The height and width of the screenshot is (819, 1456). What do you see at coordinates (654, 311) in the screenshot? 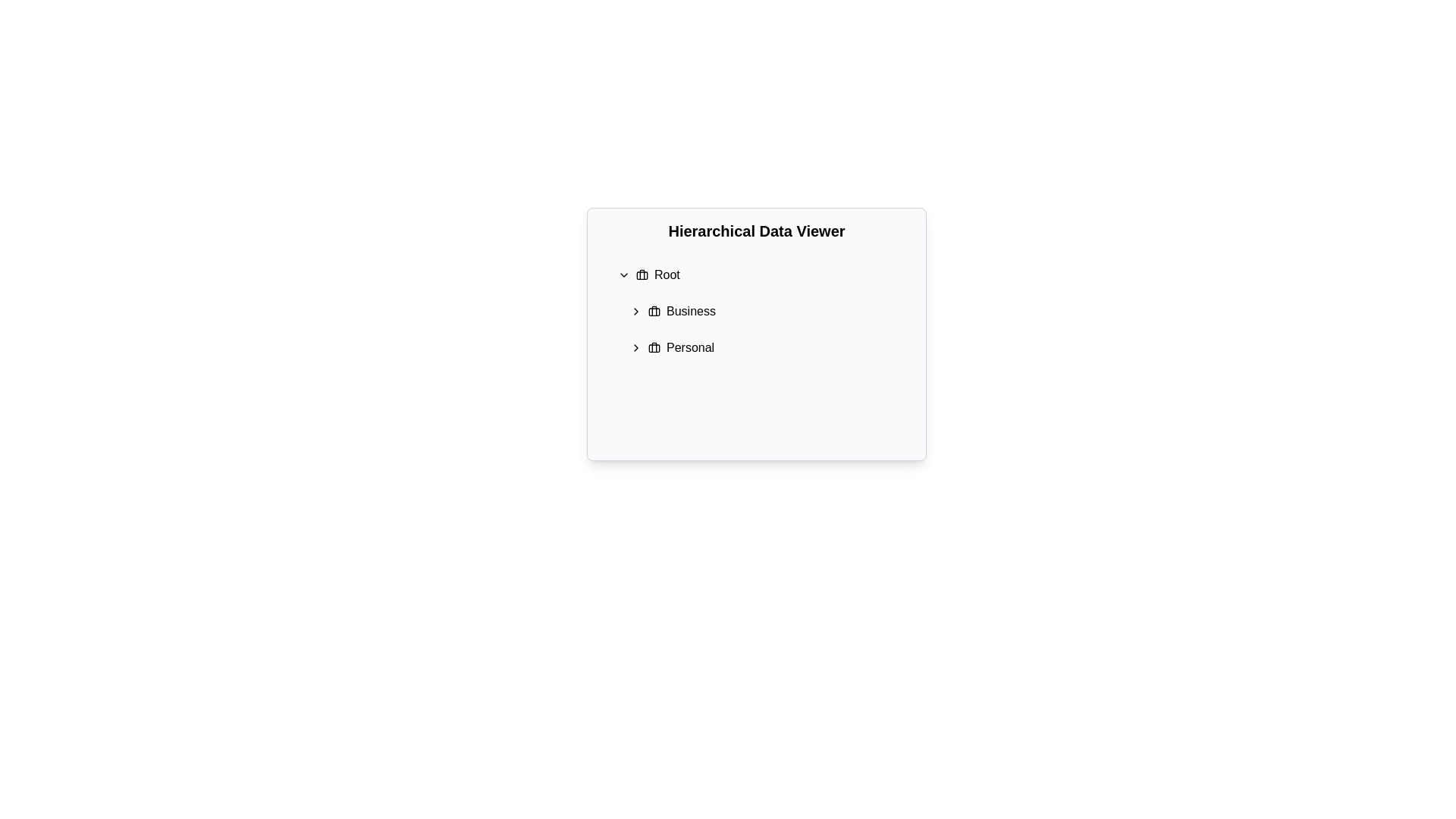
I see `the decorative part of the briefcase icon located in the 'Hierarchical Data Viewer' under the 'Root' hierarchy` at bounding box center [654, 311].